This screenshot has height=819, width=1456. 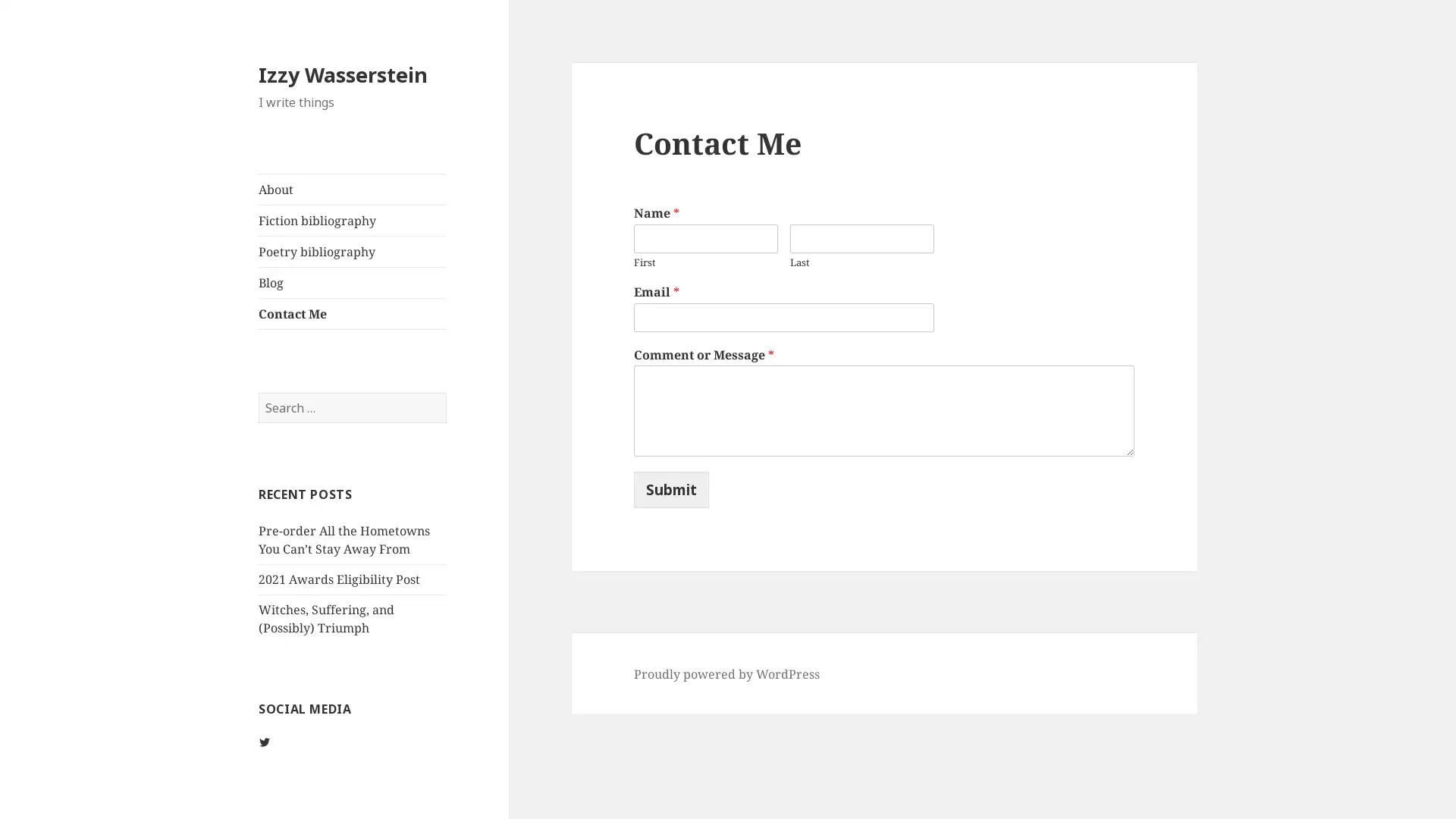 What do you see at coordinates (444, 391) in the screenshot?
I see `Search` at bounding box center [444, 391].